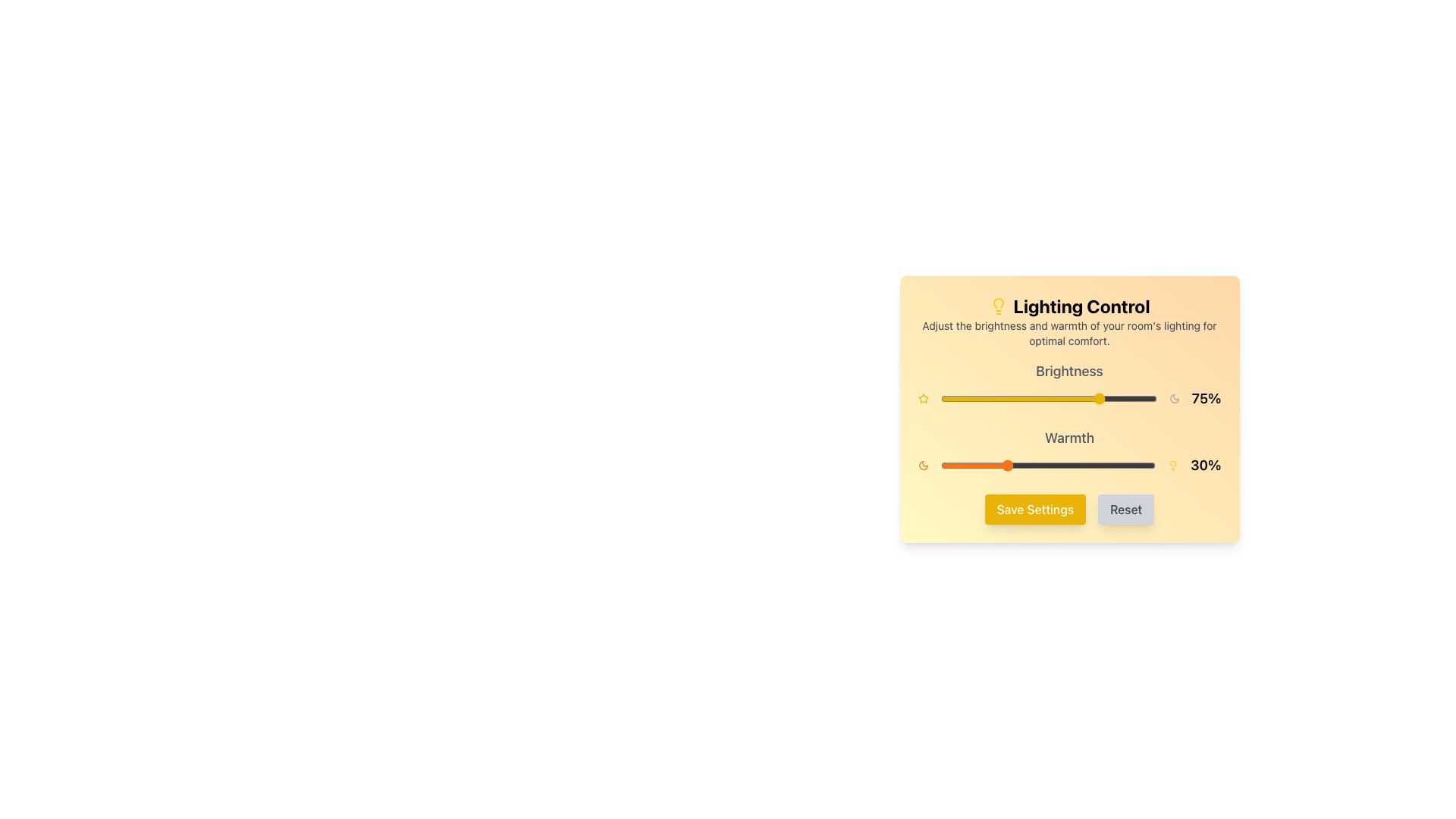 This screenshot has height=819, width=1456. Describe the element at coordinates (1052, 397) in the screenshot. I see `brightness` at that location.